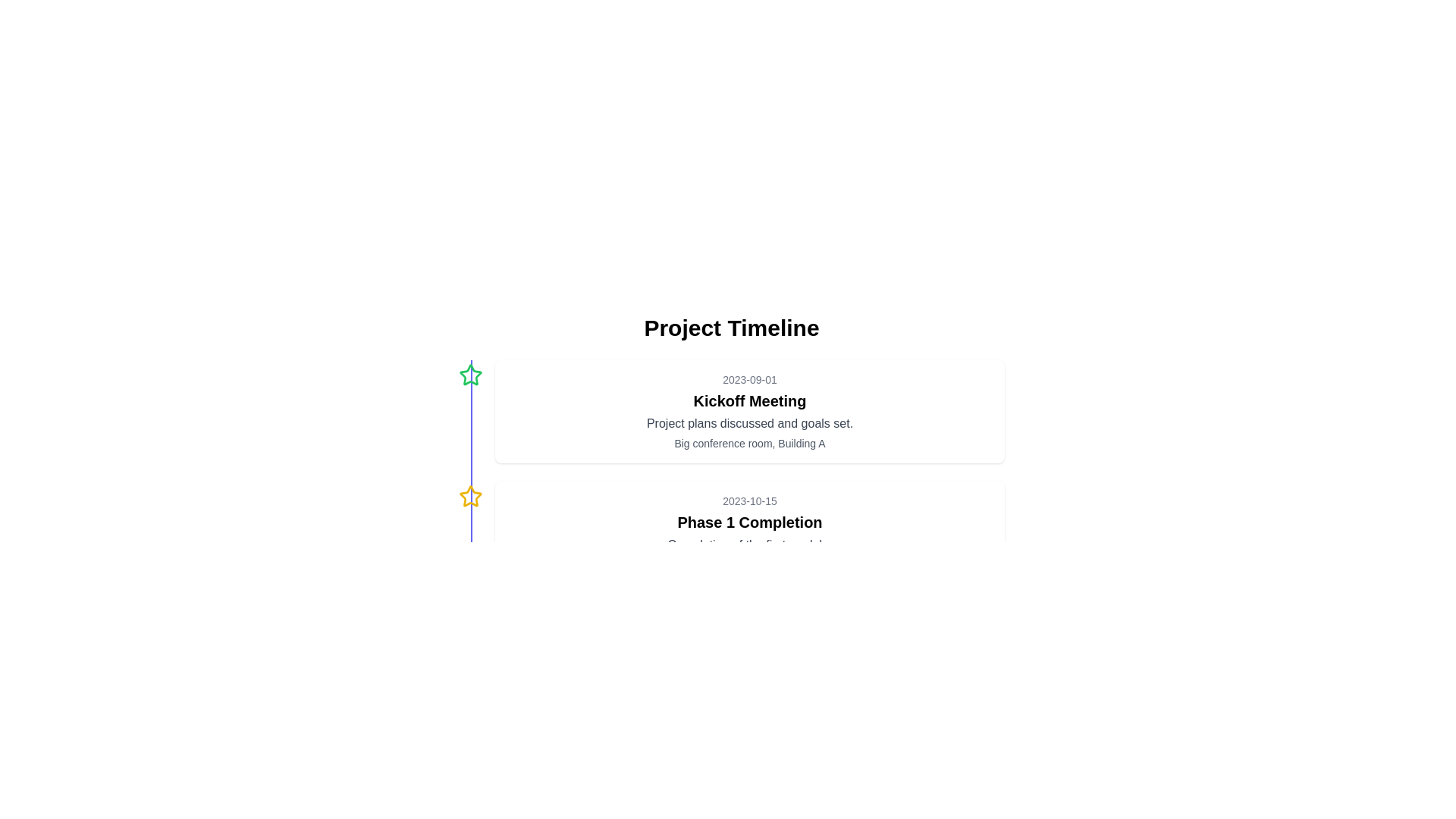  Describe the element at coordinates (749, 400) in the screenshot. I see `the text element displaying 'Kickoff Meeting', which is a bold title centrally aligned beneath the date '2023-09-01'` at that location.